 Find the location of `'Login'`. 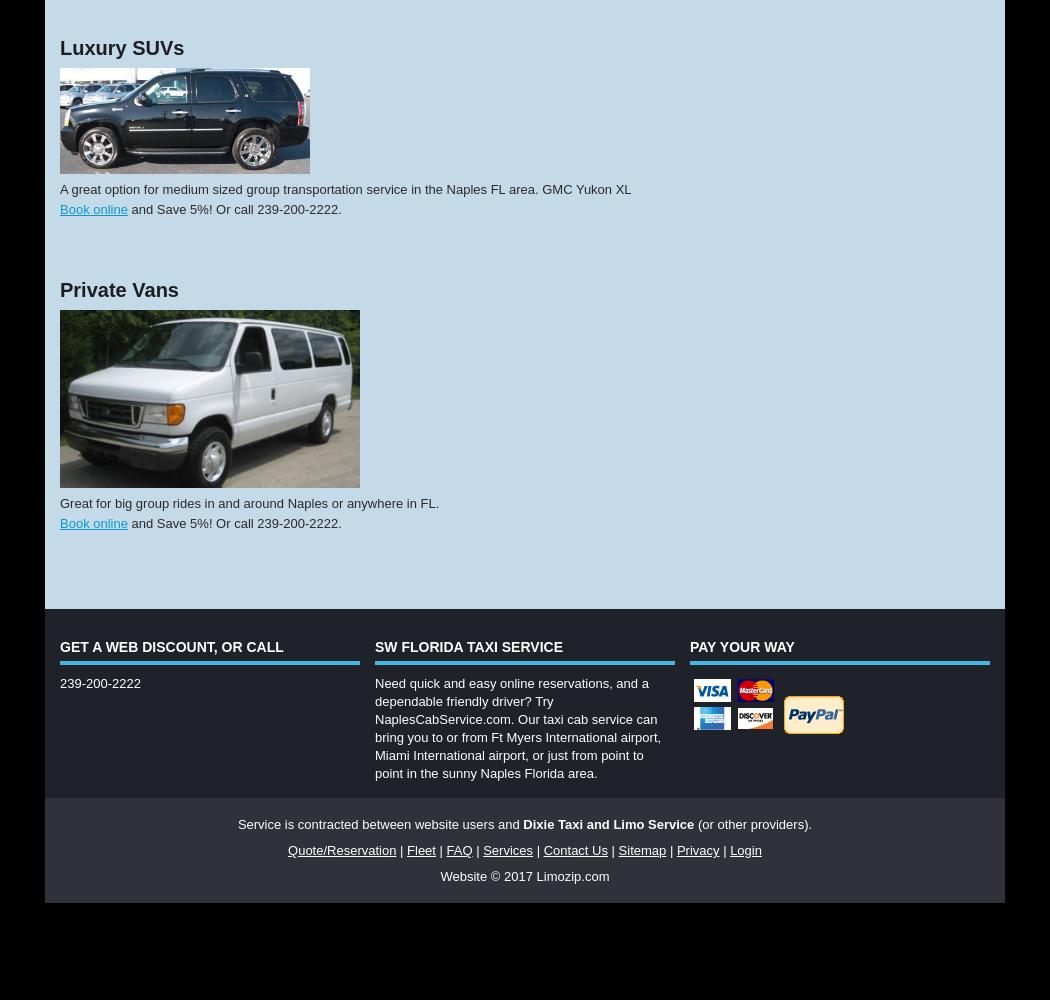

'Login' is located at coordinates (744, 849).